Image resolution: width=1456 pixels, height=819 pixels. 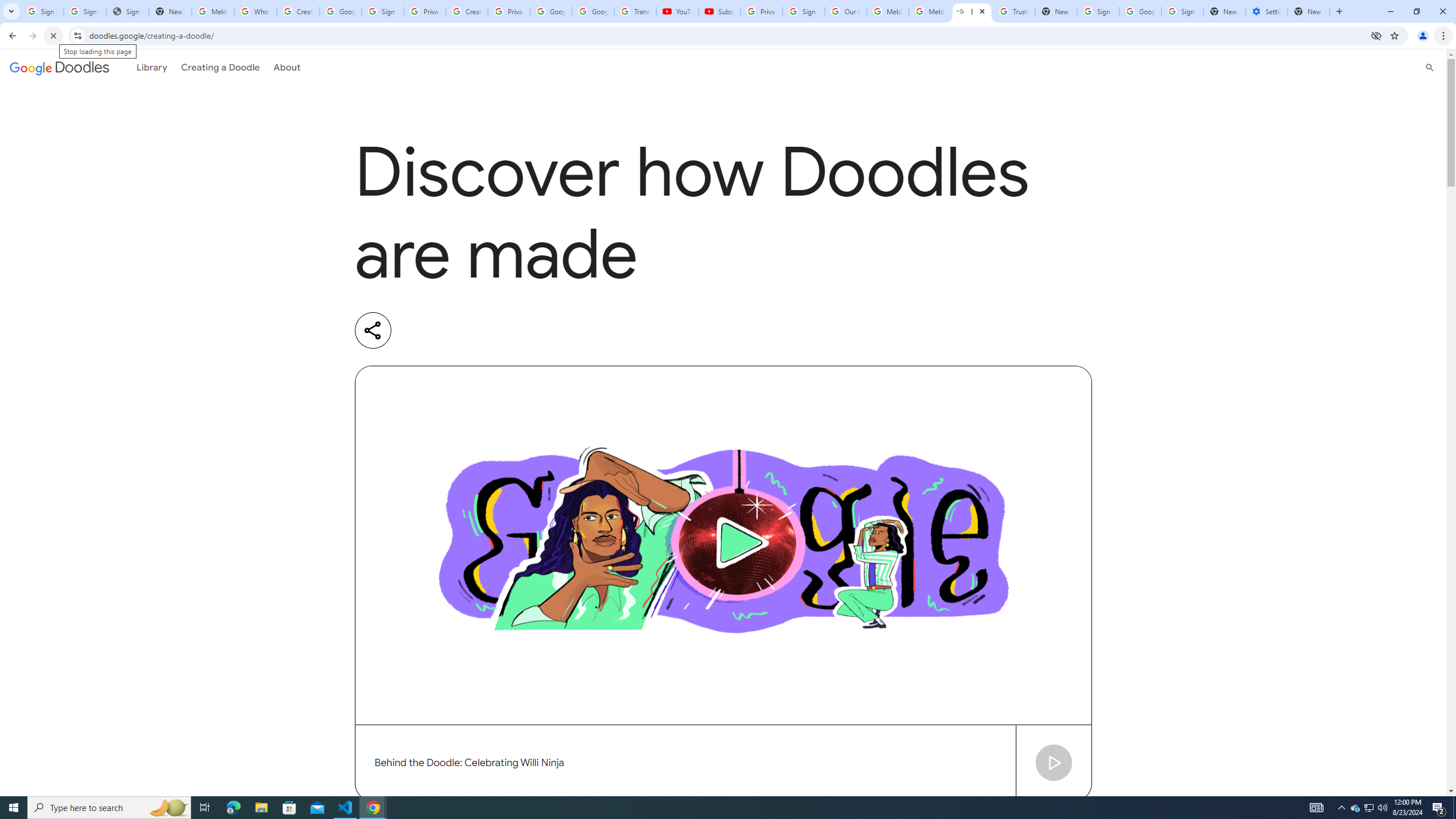 I want to click on 'YouTube', so click(x=677, y=11).